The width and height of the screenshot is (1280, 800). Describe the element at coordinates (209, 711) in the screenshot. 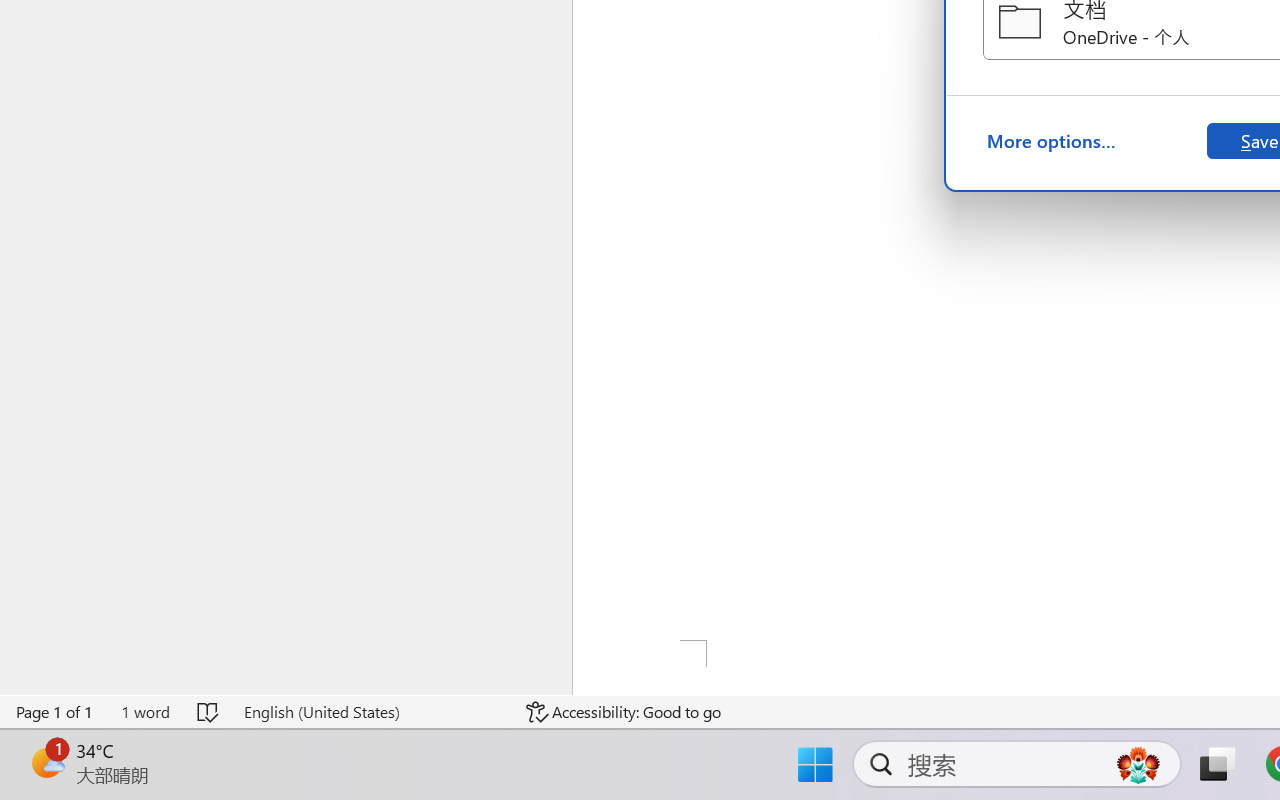

I see `'Spelling and Grammar Check No Errors'` at that location.